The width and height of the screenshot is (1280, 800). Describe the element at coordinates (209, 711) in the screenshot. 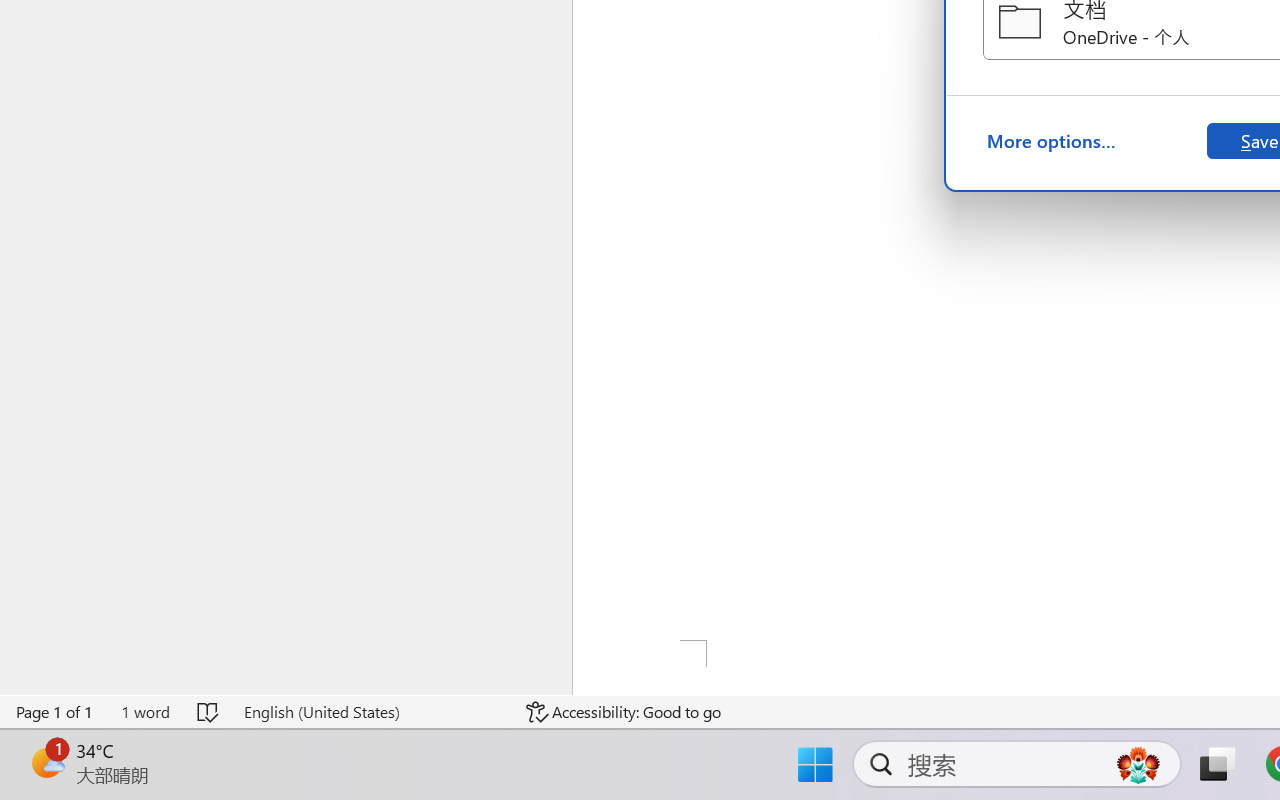

I see `'Spelling and Grammar Check No Errors'` at that location.